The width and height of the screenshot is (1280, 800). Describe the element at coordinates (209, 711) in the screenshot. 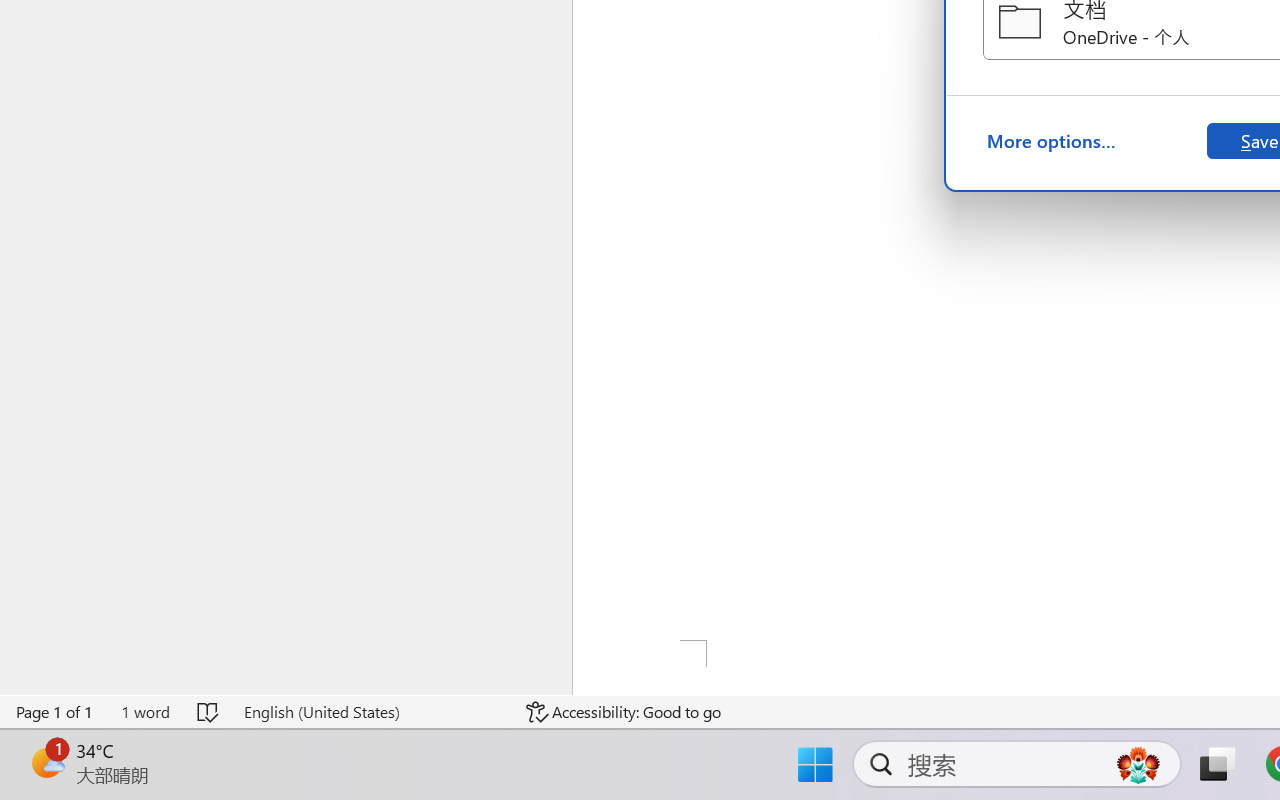

I see `'Spelling and Grammar Check No Errors'` at that location.